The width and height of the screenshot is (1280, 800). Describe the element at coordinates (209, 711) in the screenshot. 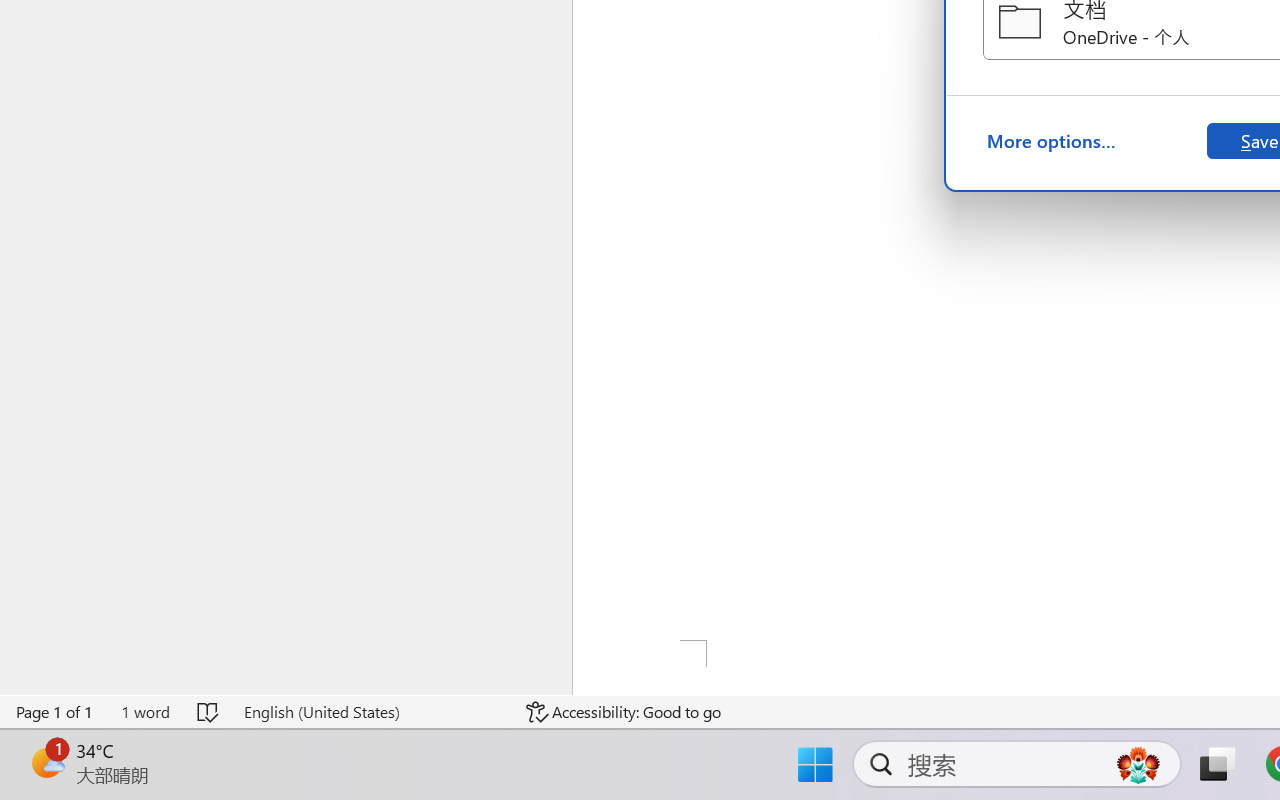

I see `'Spelling and Grammar Check No Errors'` at that location.